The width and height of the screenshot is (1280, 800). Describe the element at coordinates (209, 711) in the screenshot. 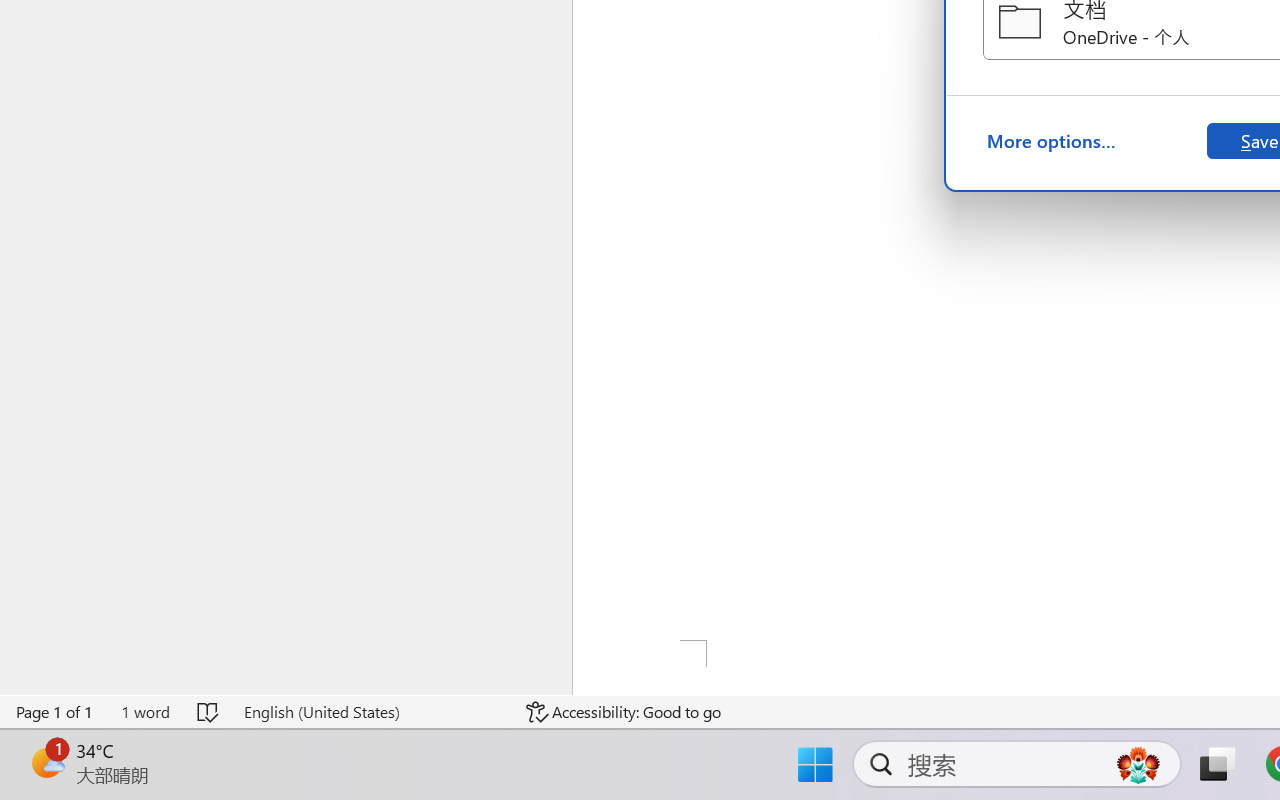

I see `'Spelling and Grammar Check No Errors'` at that location.